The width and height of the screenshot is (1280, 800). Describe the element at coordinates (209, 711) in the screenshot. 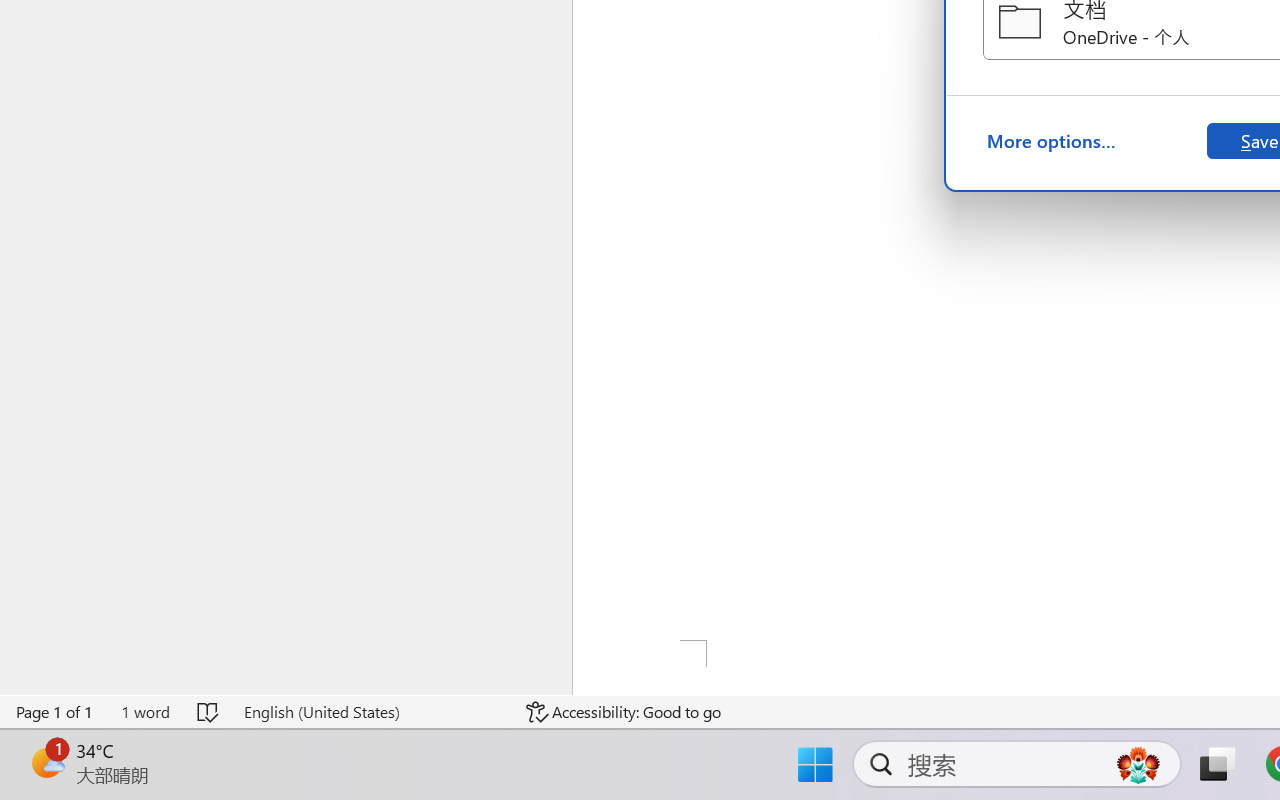

I see `'Spelling and Grammar Check No Errors'` at that location.